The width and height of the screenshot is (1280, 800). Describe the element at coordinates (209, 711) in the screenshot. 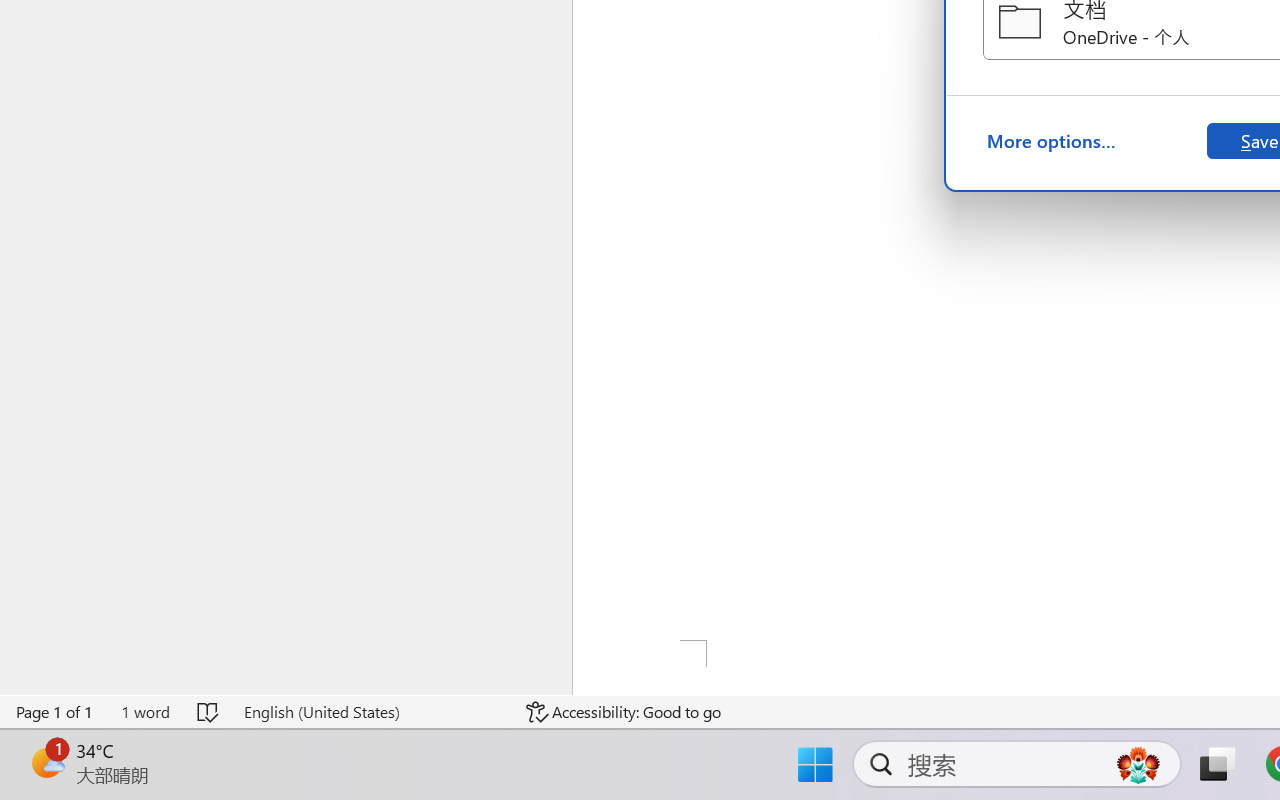

I see `'Spelling and Grammar Check No Errors'` at that location.